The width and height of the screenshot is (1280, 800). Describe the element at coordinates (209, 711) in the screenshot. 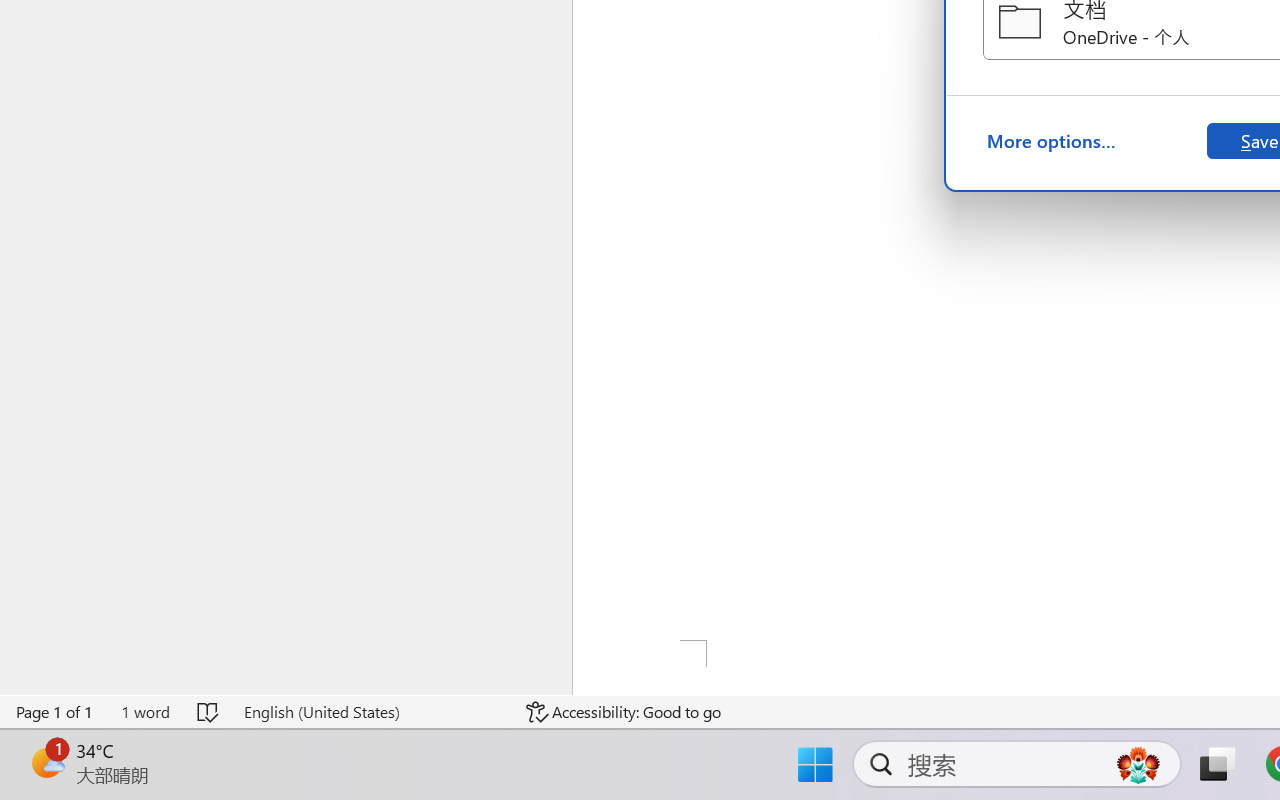

I see `'Spelling and Grammar Check No Errors'` at that location.